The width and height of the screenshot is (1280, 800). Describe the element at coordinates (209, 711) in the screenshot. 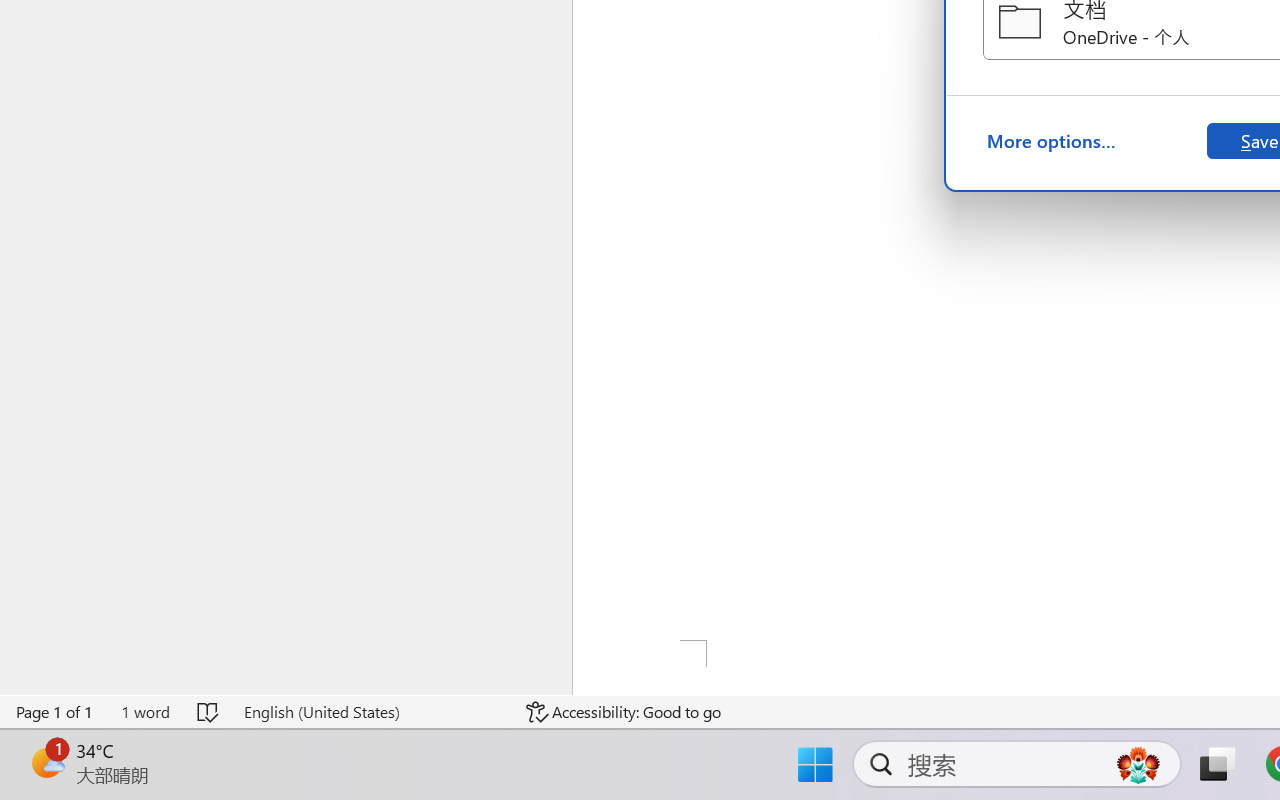

I see `'Spelling and Grammar Check No Errors'` at that location.